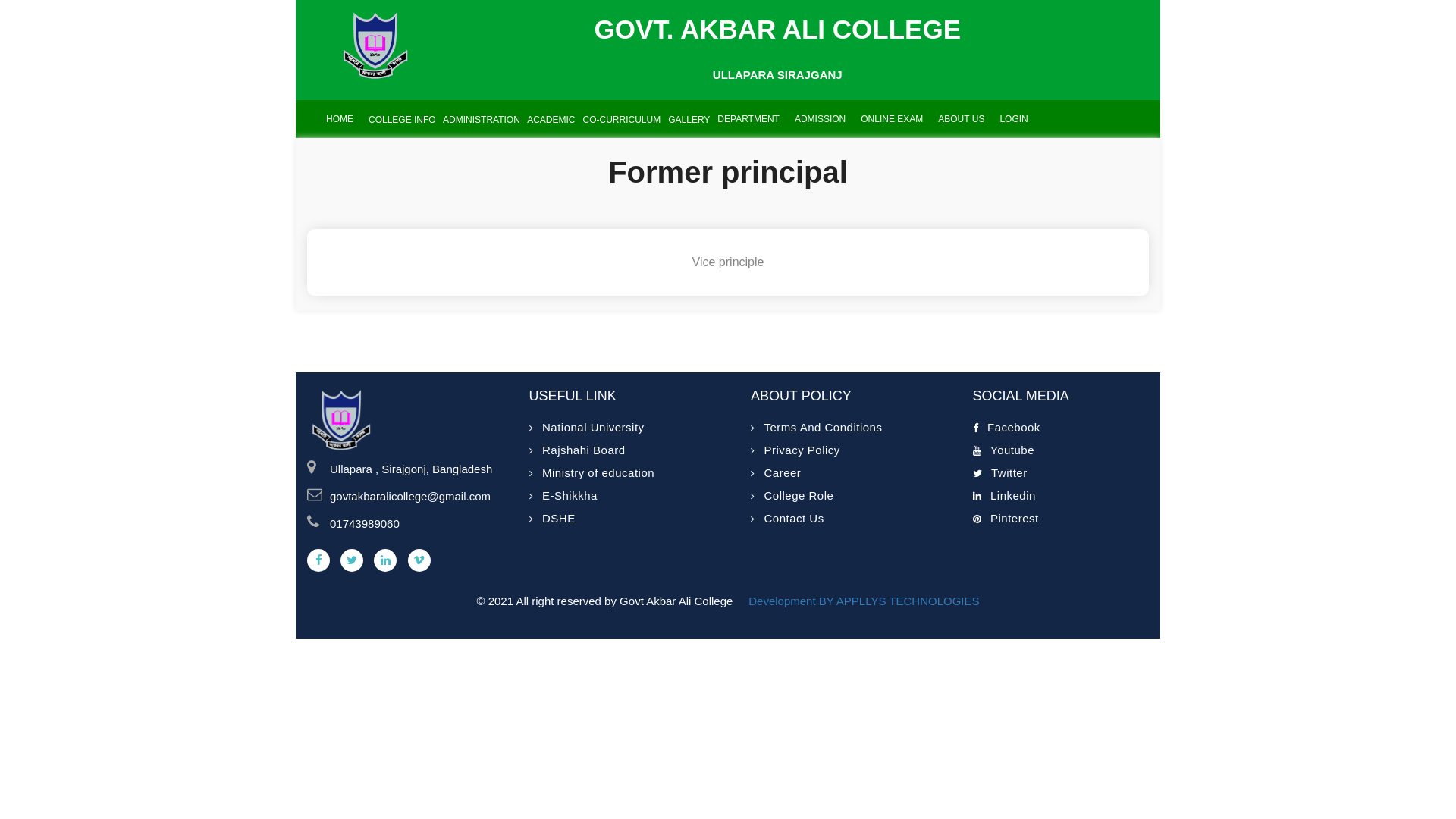  What do you see at coordinates (1005, 517) in the screenshot?
I see `'Pinterest'` at bounding box center [1005, 517].